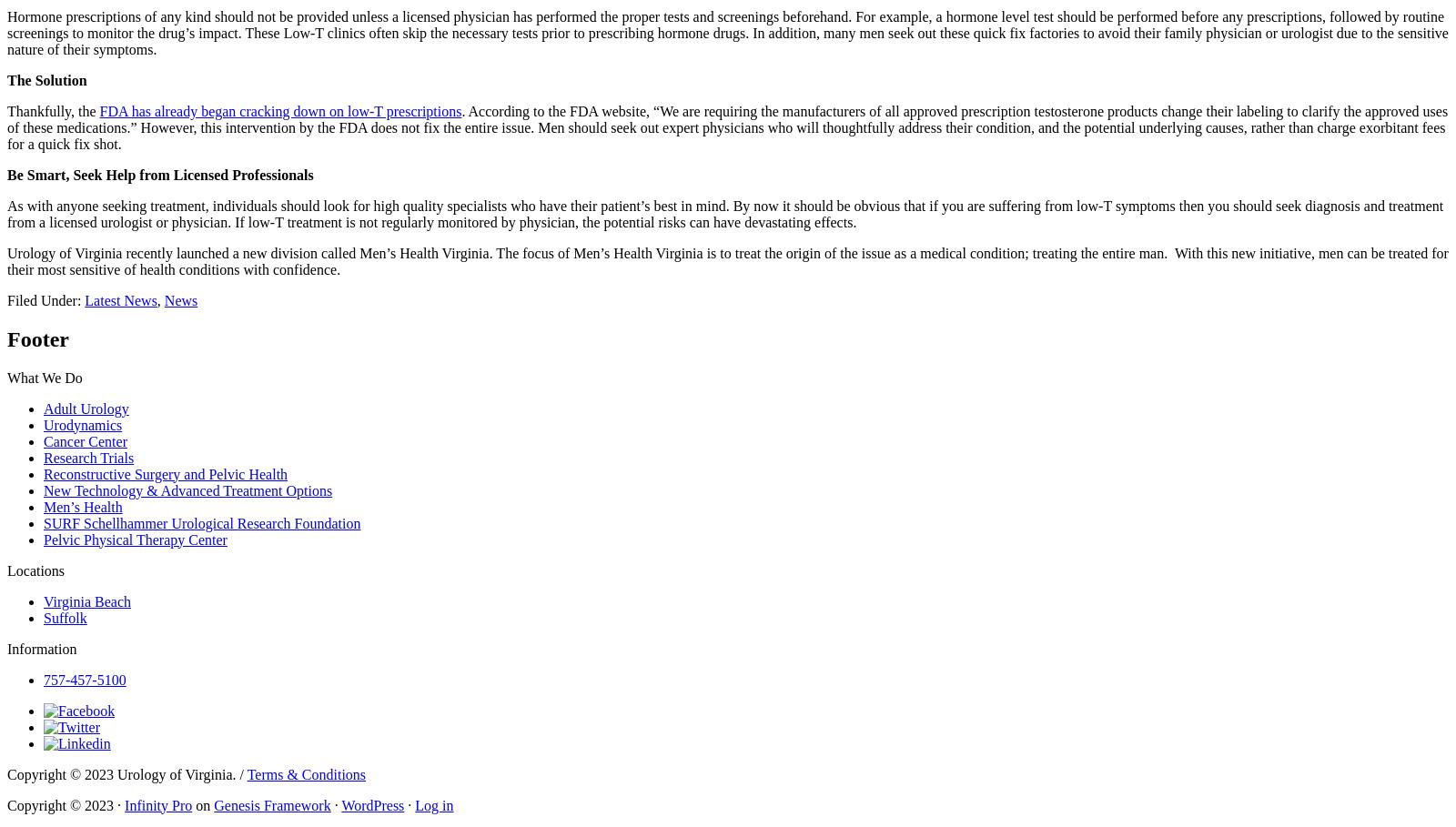 Image resolution: width=1456 pixels, height=827 pixels. I want to click on 'Suffolk', so click(64, 617).